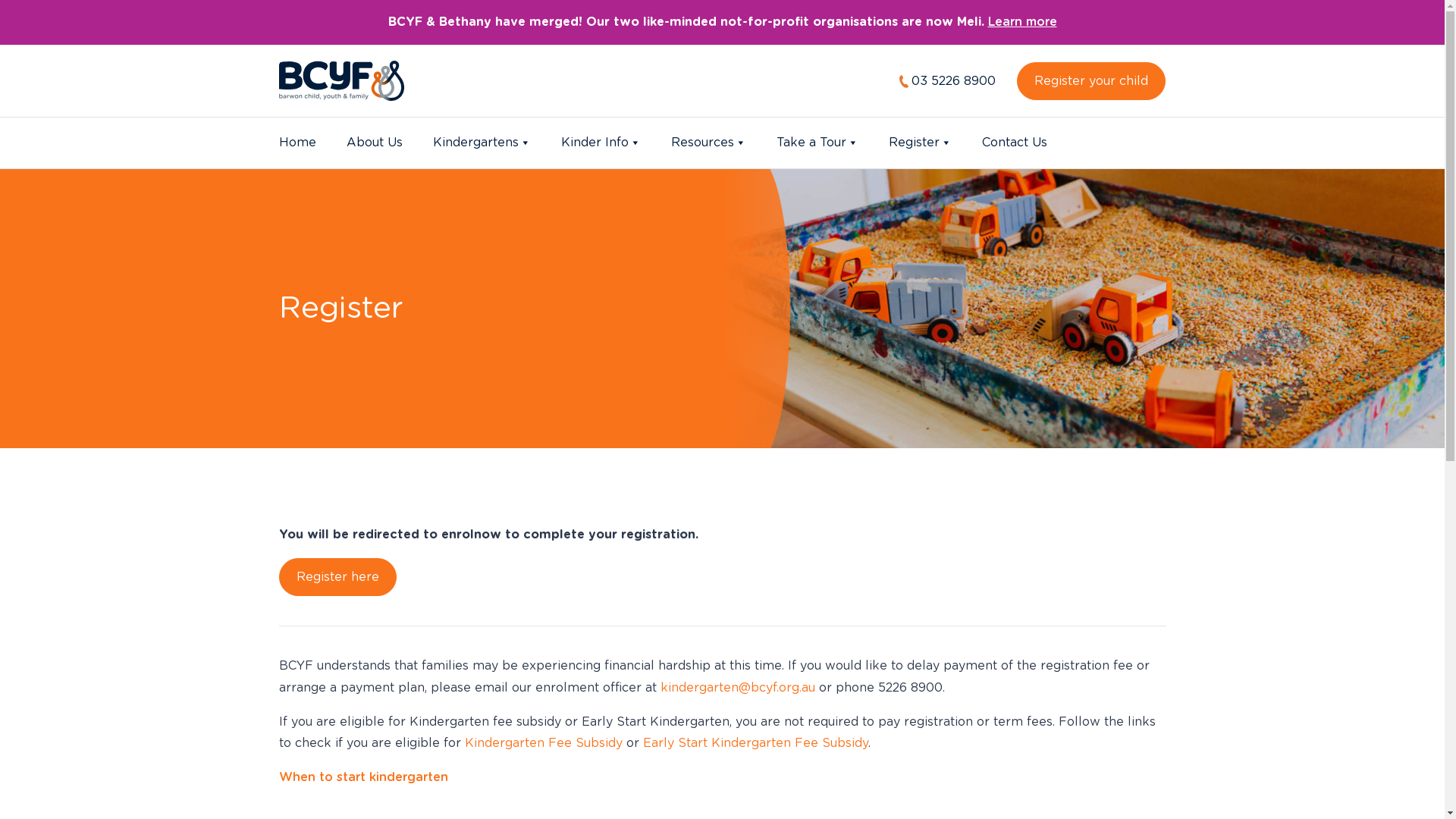 The image size is (1456, 819). Describe the element at coordinates (362, 777) in the screenshot. I see `'When to start kindergarten'` at that location.